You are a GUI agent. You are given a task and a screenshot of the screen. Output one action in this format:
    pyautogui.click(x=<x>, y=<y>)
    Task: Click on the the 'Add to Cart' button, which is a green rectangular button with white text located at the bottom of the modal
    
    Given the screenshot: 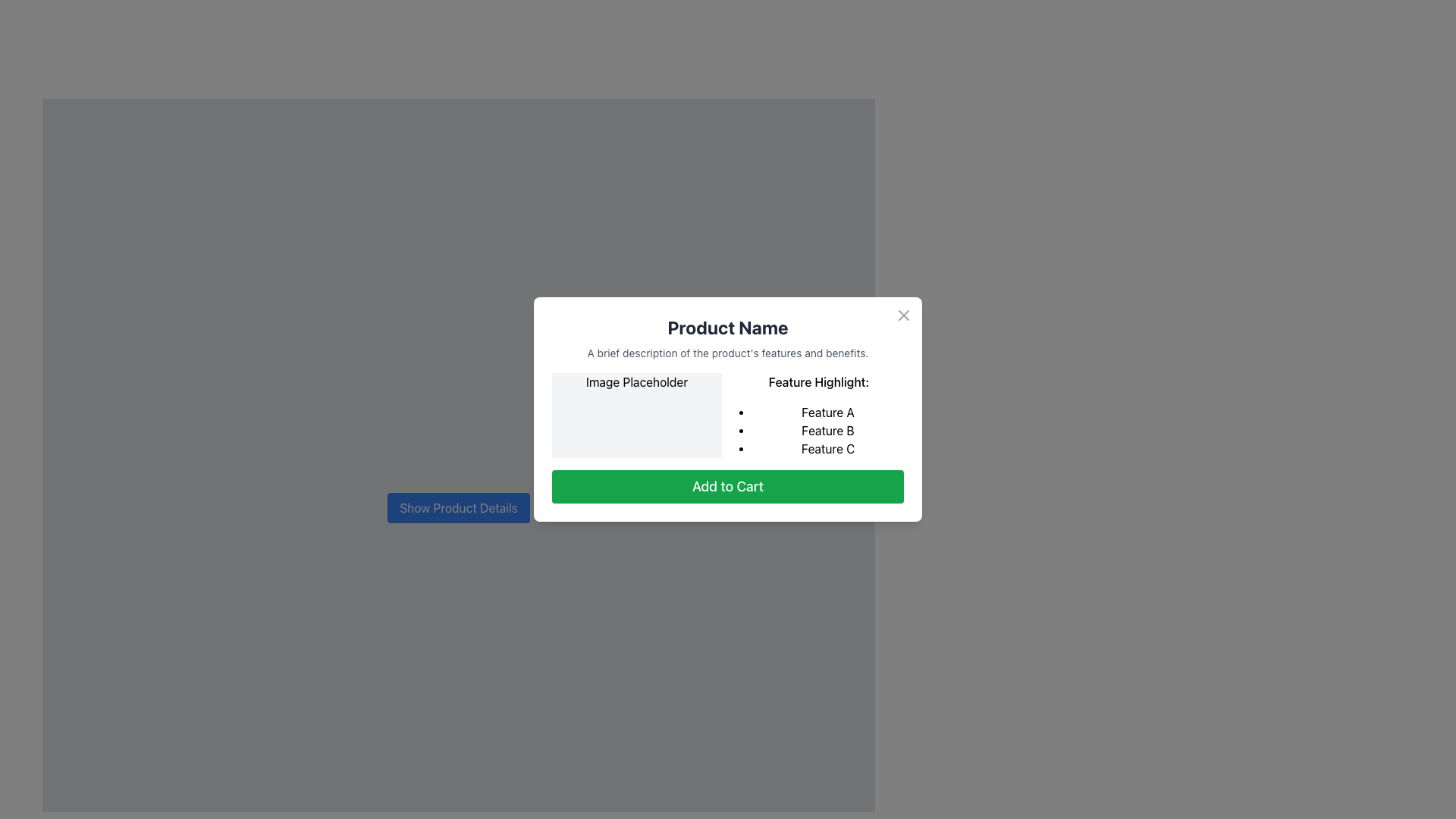 What is the action you would take?
    pyautogui.click(x=728, y=486)
    